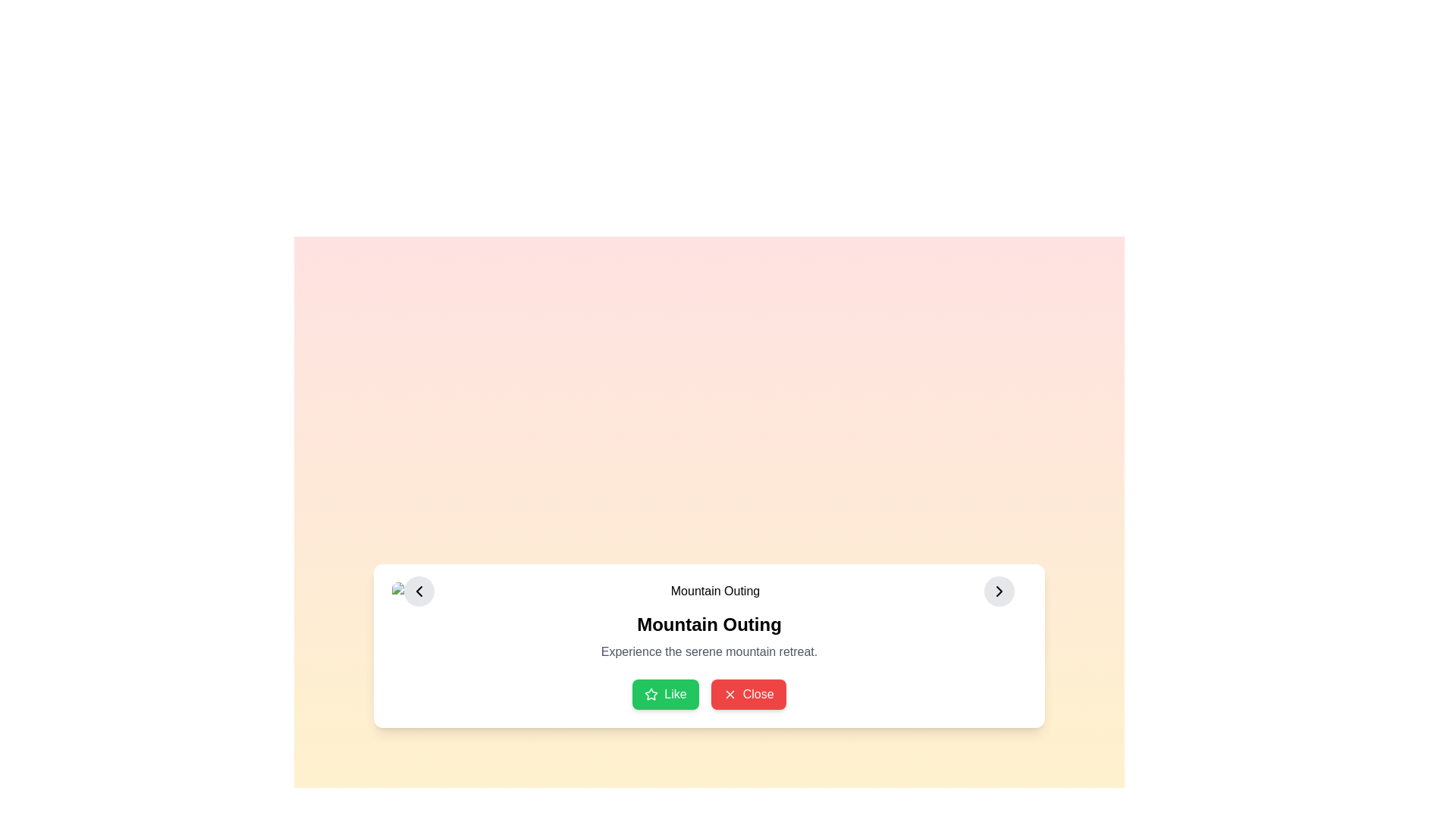  Describe the element at coordinates (419, 590) in the screenshot. I see `the navigation icon located within the circular button on the left side of the card` at that location.